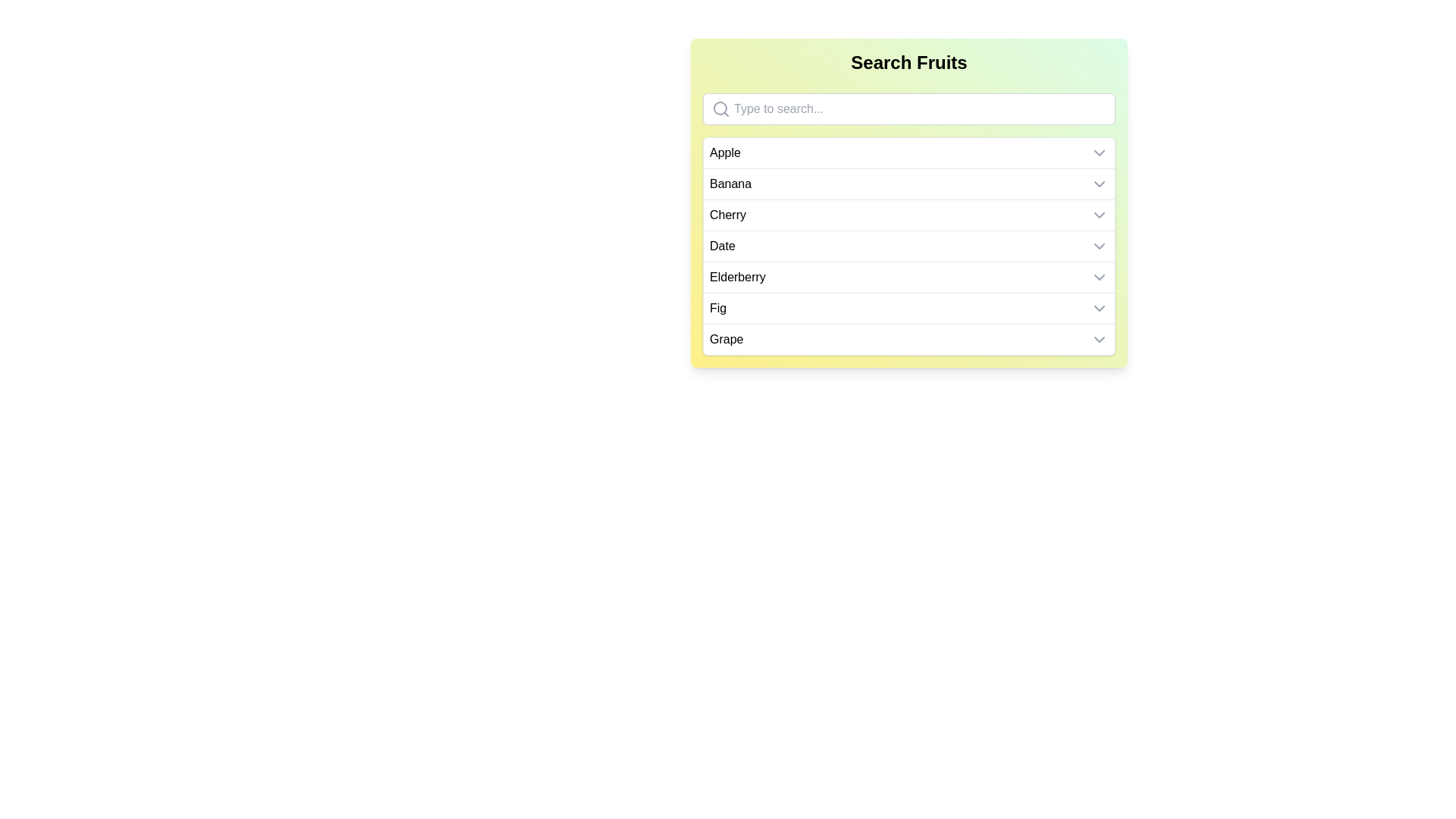 The image size is (1456, 819). I want to click on the selectable list item labeled 'Banana', so click(909, 183).